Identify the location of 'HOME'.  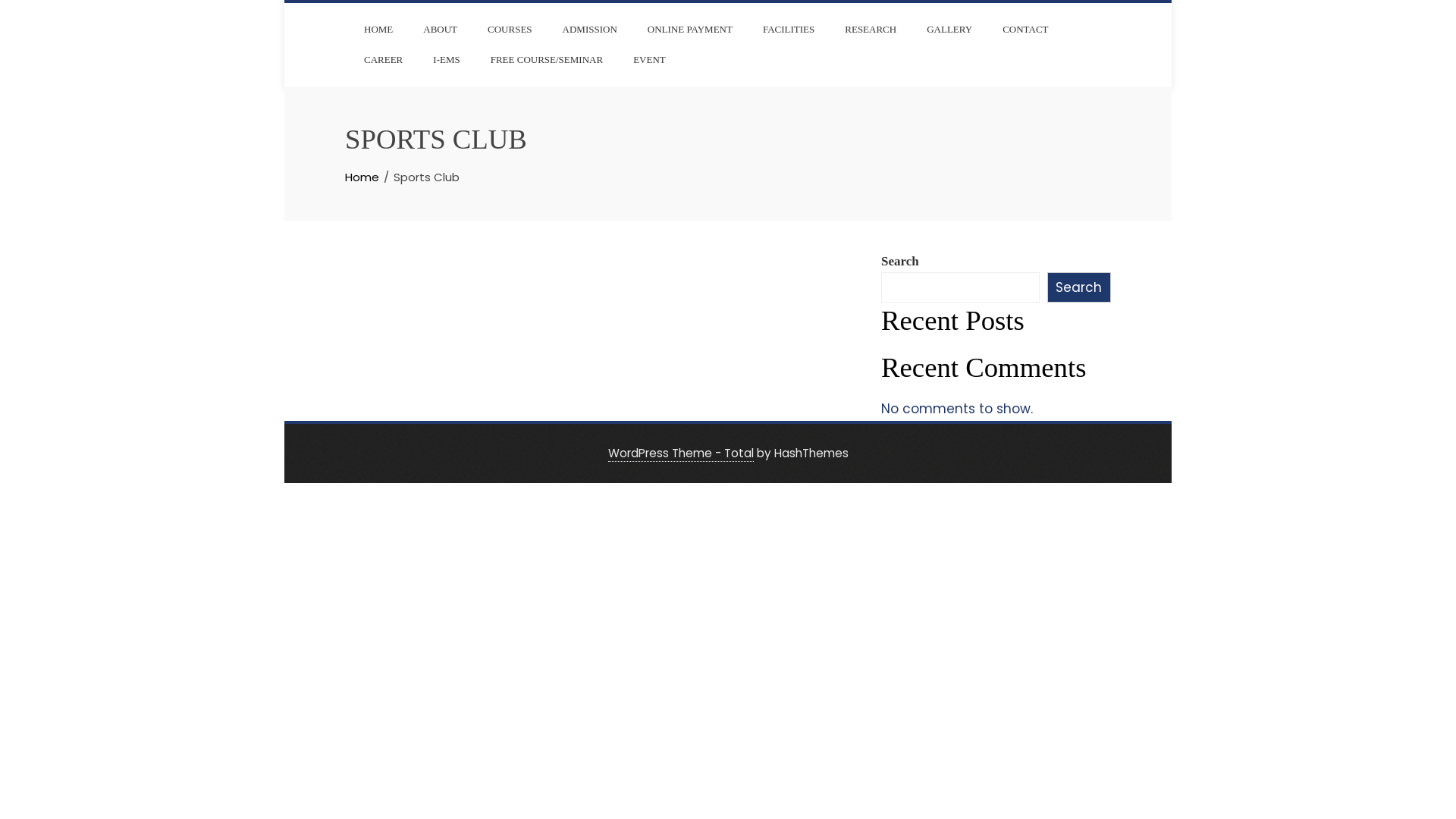
(352, 29).